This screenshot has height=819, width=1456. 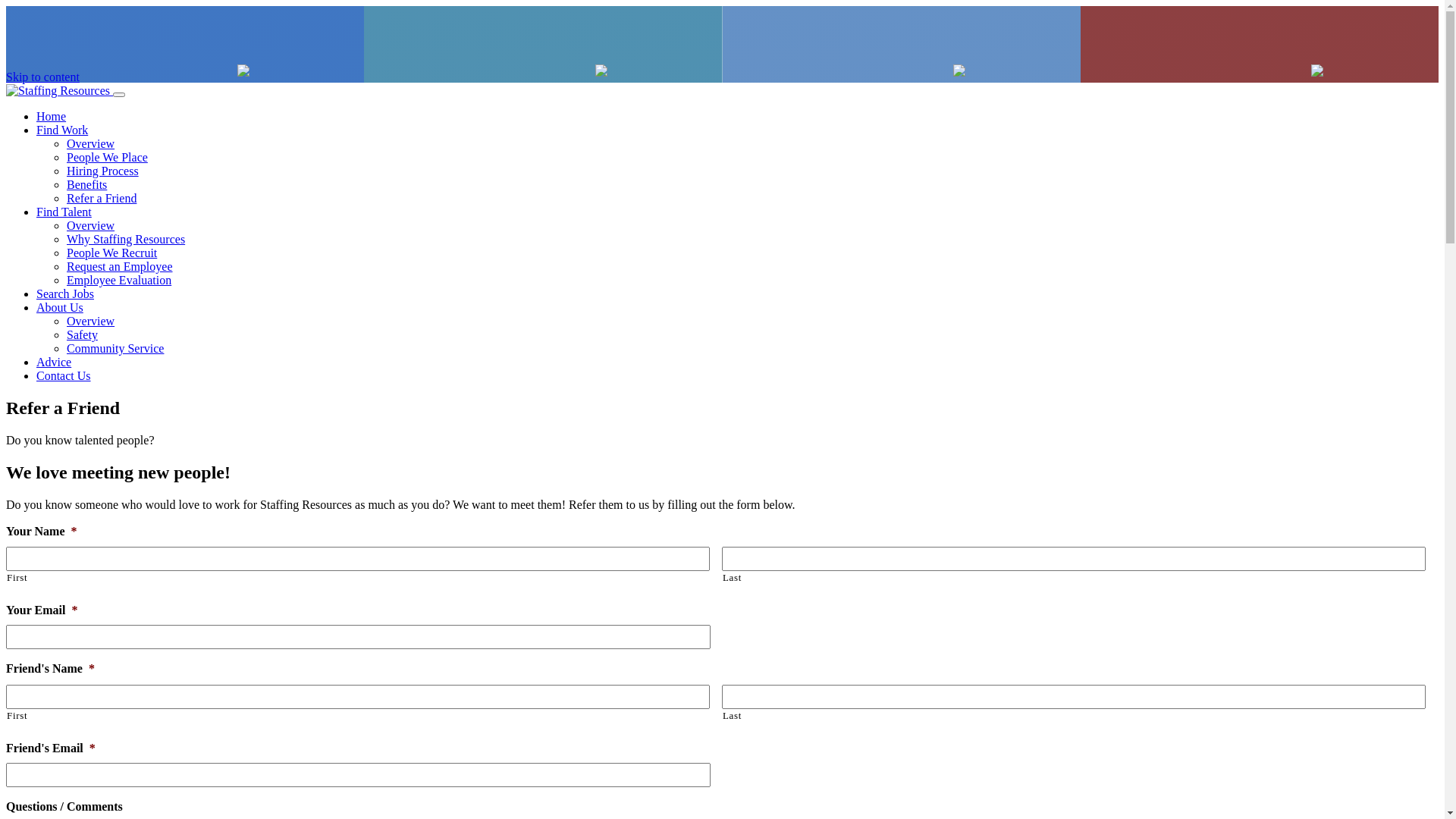 I want to click on 'Home', so click(x=36, y=115).